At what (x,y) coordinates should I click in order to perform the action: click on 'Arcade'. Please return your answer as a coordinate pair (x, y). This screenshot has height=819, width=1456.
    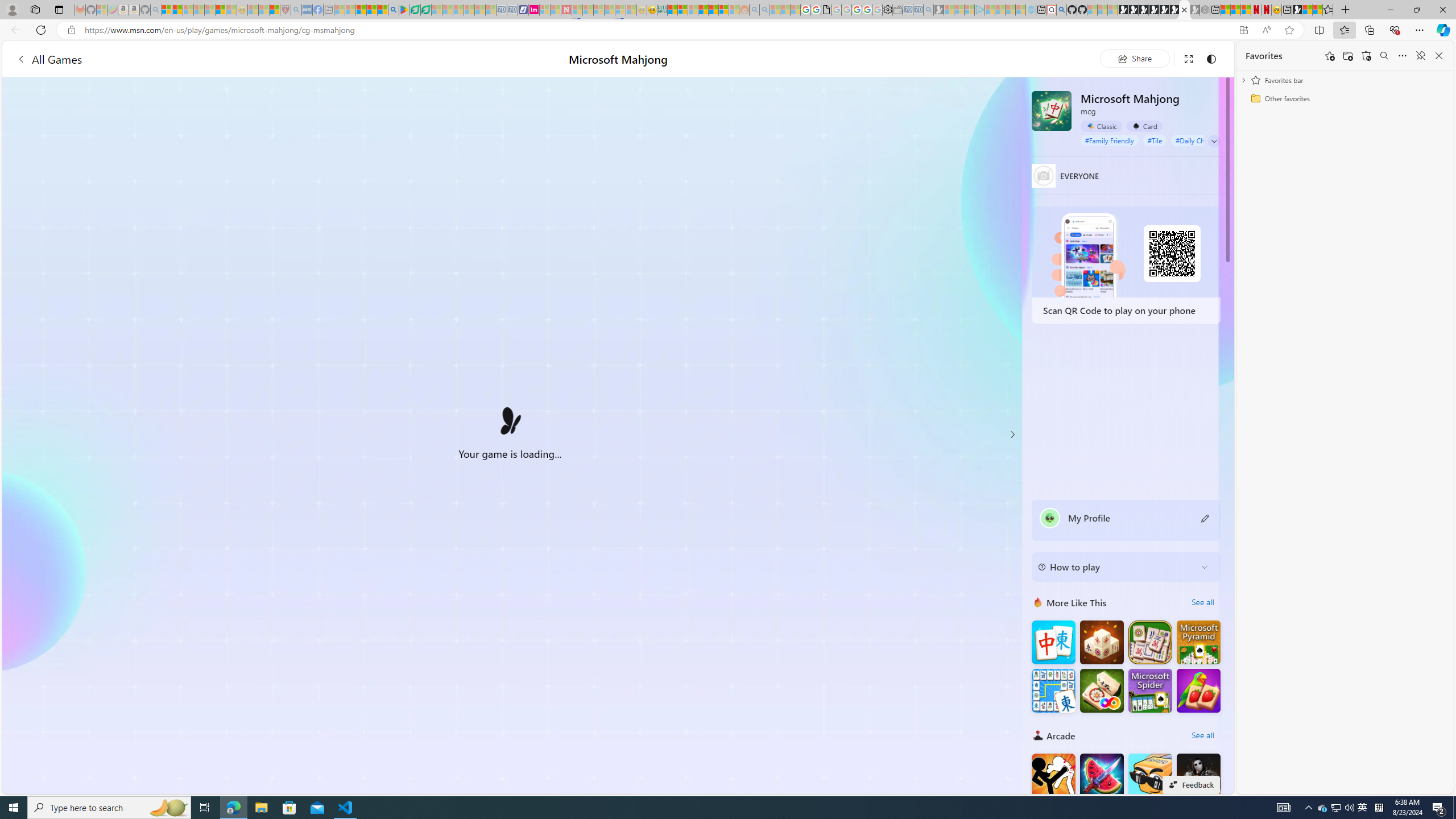
    Looking at the image, I should click on (1038, 735).